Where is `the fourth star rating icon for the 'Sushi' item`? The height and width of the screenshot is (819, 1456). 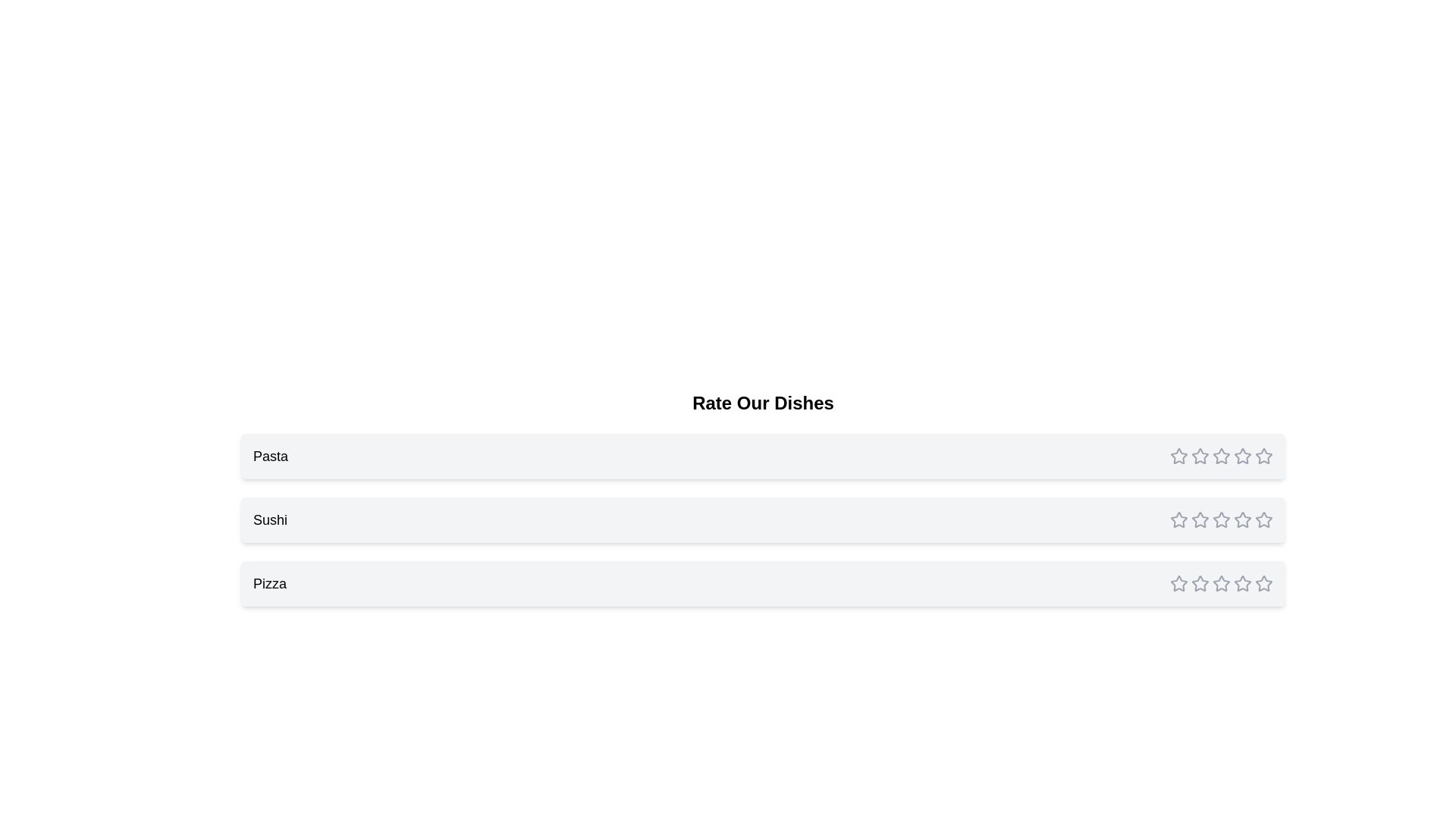 the fourth star rating icon for the 'Sushi' item is located at coordinates (1242, 519).